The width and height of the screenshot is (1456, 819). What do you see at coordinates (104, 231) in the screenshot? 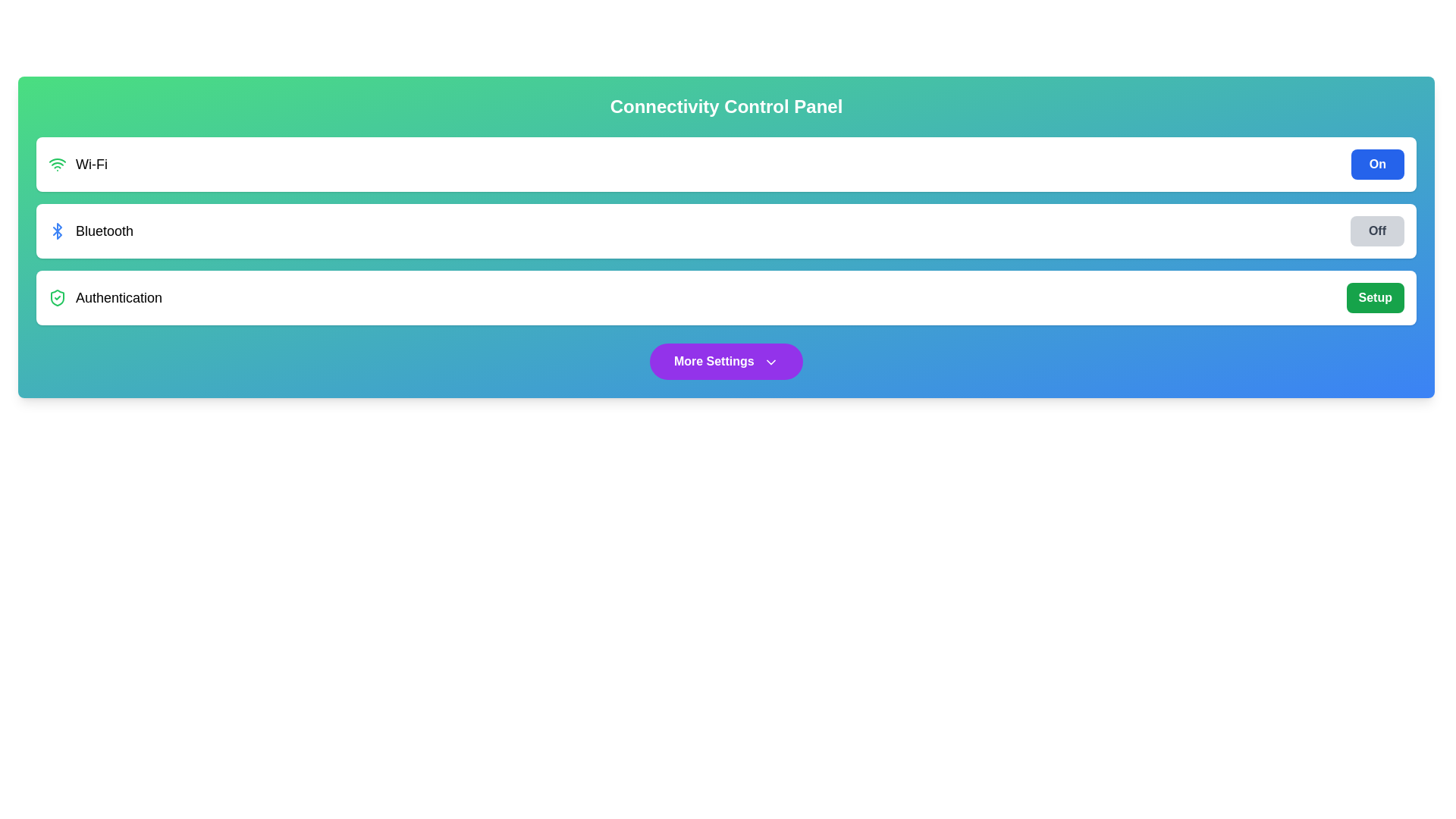
I see `text label displaying 'Bluetooth' that is positioned in the second row of the list of connectivity options, adjacent to the Bluetooth icon` at bounding box center [104, 231].